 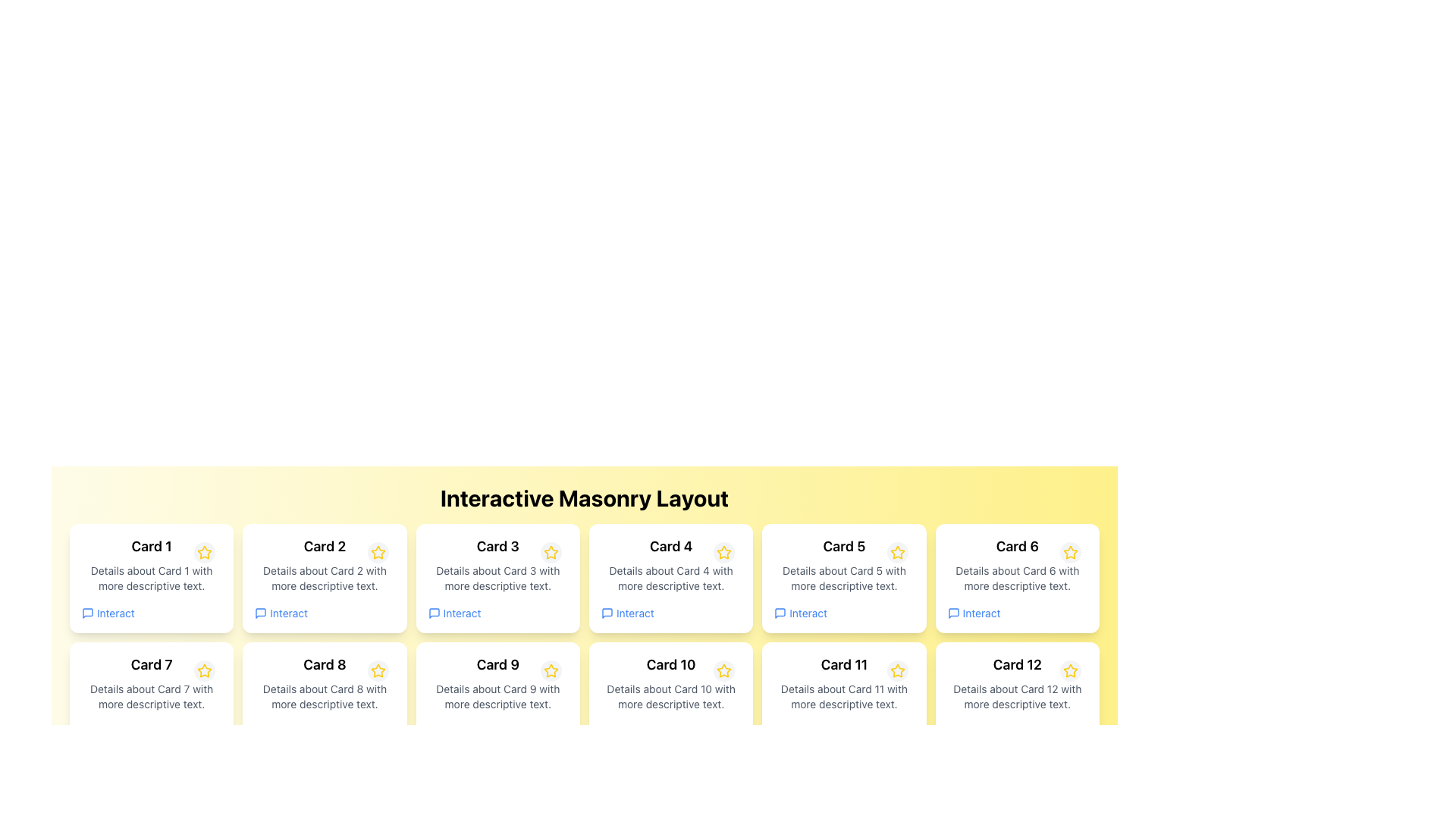 I want to click on the yellow outlined star icon located at the top right corner of 'Card 10' to favorite or unfavorite the card, so click(x=723, y=670).